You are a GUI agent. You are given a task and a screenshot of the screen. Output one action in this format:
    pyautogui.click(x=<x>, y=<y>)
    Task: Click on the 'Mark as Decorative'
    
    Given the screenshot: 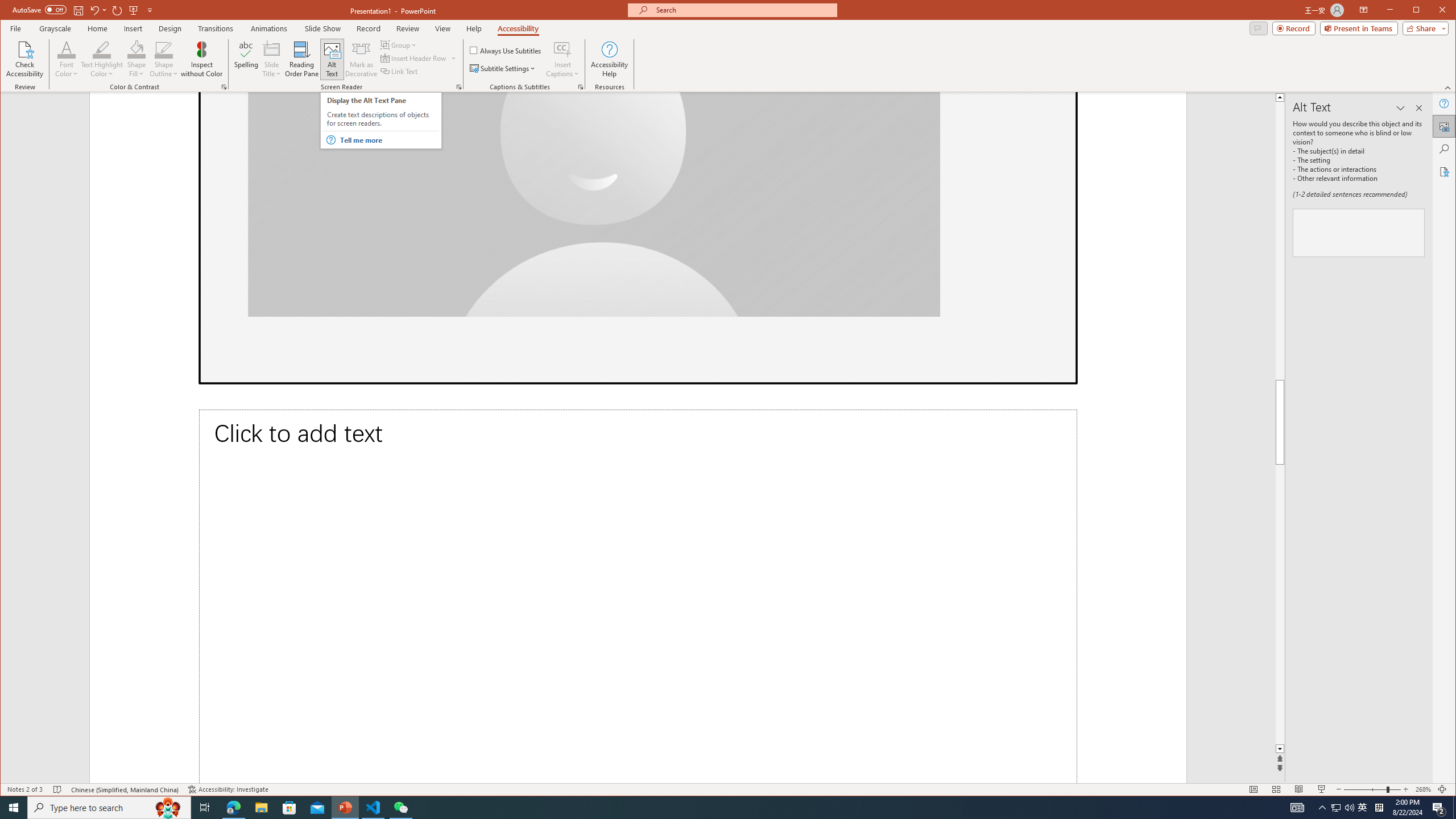 What is the action you would take?
    pyautogui.click(x=360, y=59)
    